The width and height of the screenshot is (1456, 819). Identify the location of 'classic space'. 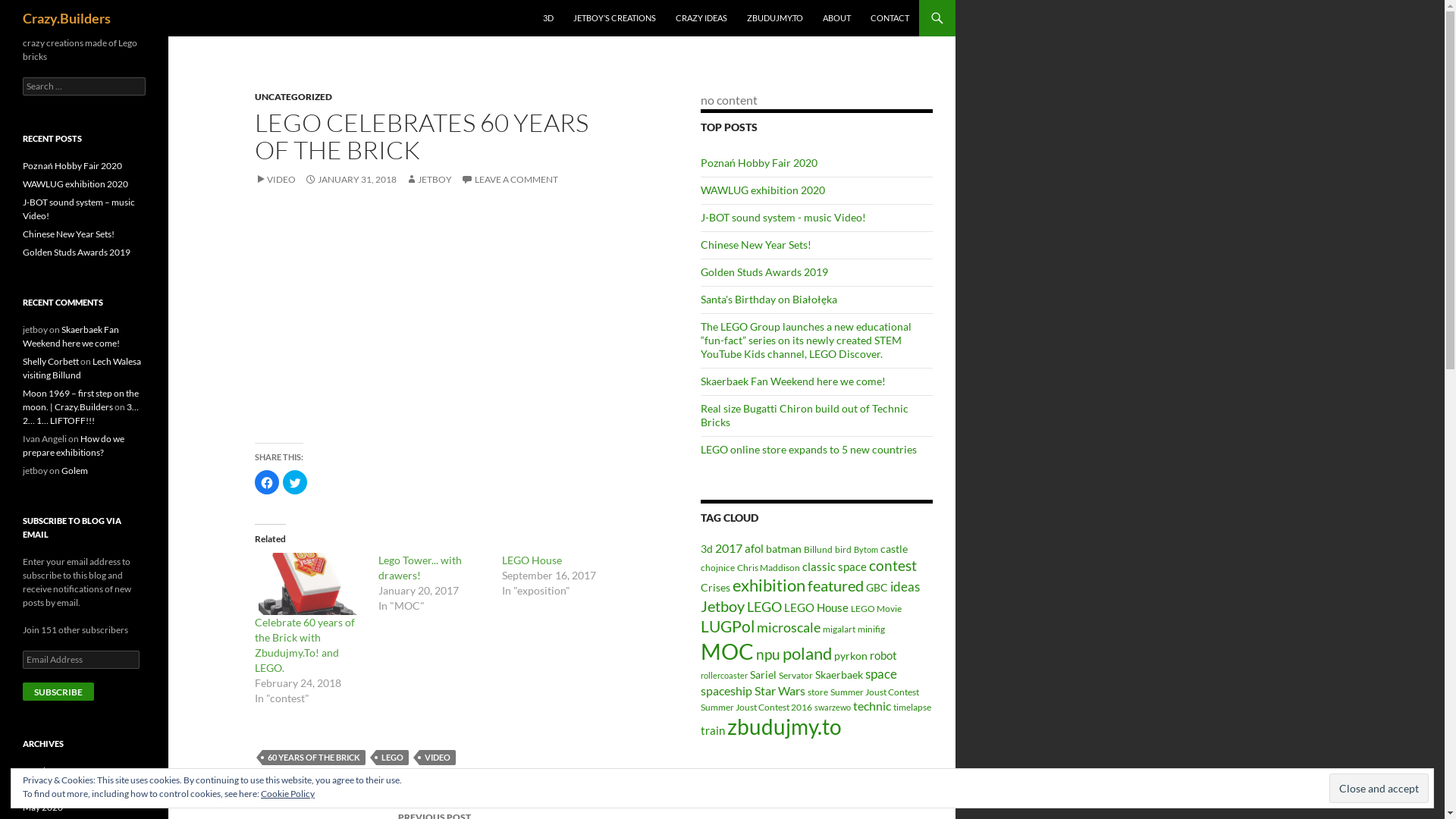
(833, 566).